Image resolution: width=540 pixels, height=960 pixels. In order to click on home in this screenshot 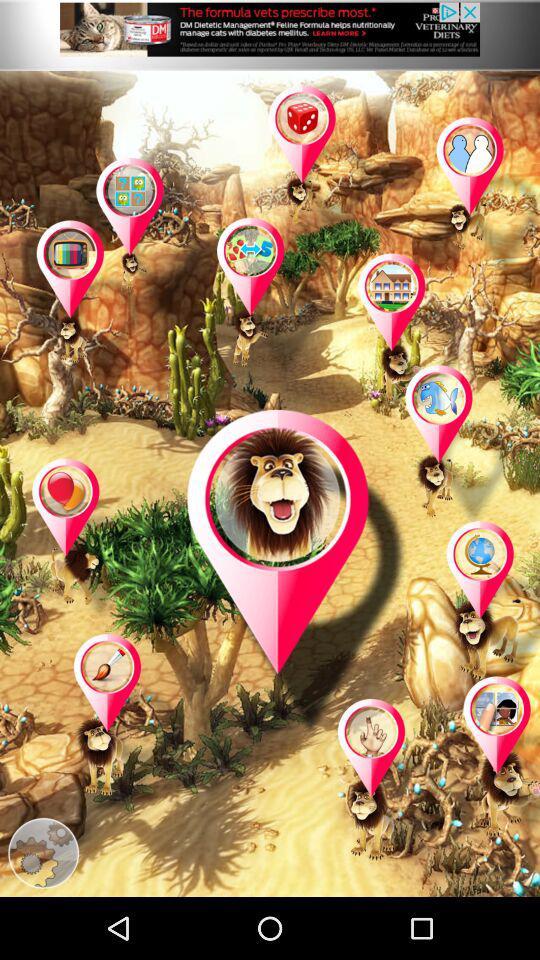, I will do `click(411, 335)`.